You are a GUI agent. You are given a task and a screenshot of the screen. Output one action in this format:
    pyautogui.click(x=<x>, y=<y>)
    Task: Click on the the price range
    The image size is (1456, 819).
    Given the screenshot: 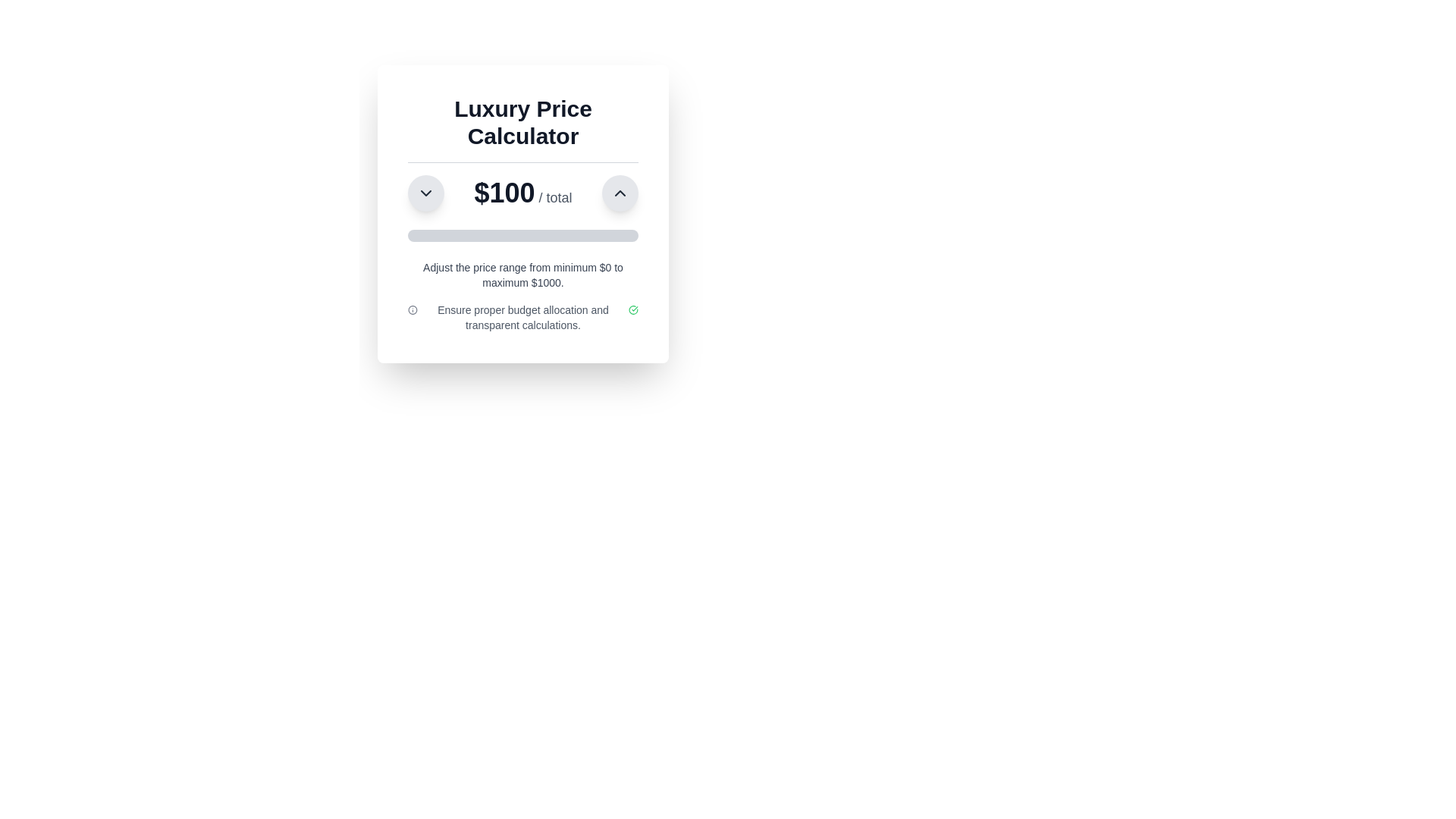 What is the action you would take?
    pyautogui.click(x=566, y=236)
    